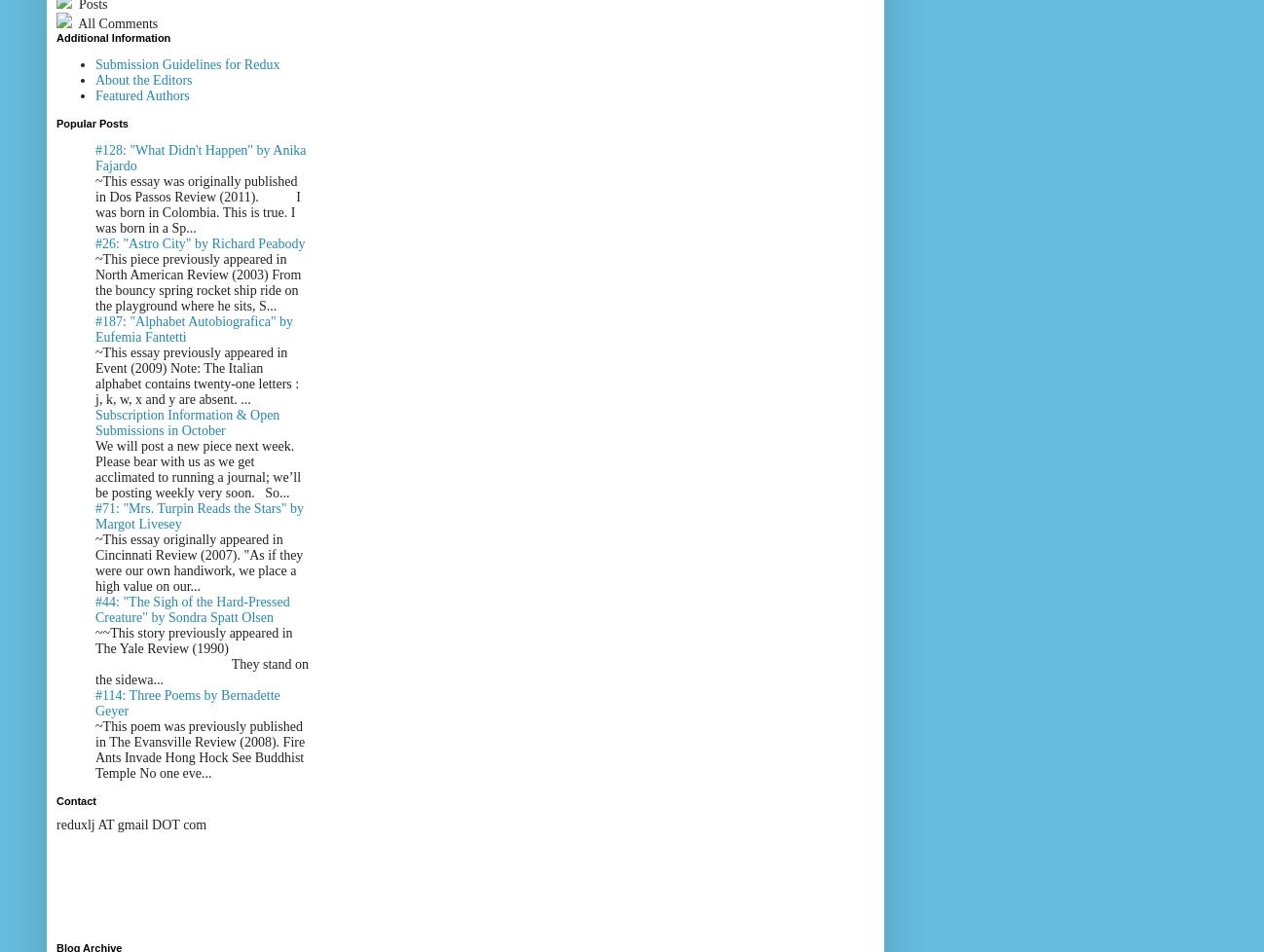 Image resolution: width=1264 pixels, height=952 pixels. I want to click on 'Featured Authors', so click(141, 95).